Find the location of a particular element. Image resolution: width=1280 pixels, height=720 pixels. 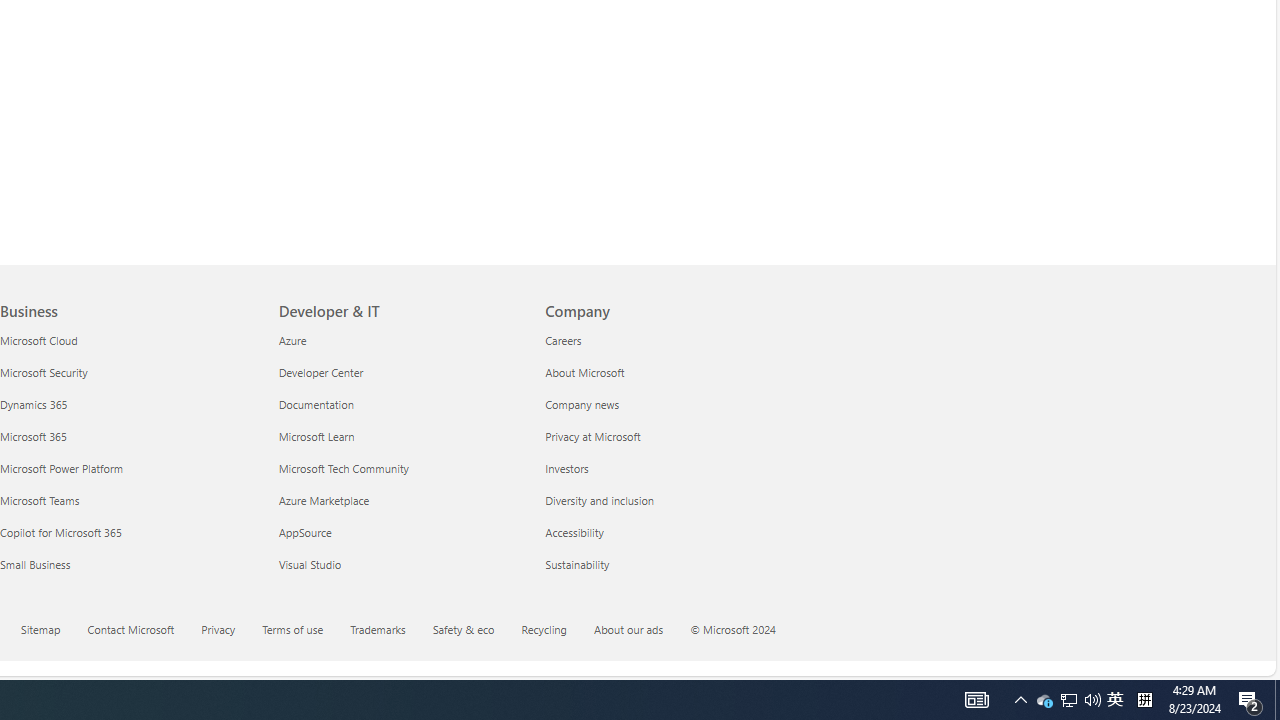

'Investors' is located at coordinates (666, 468).